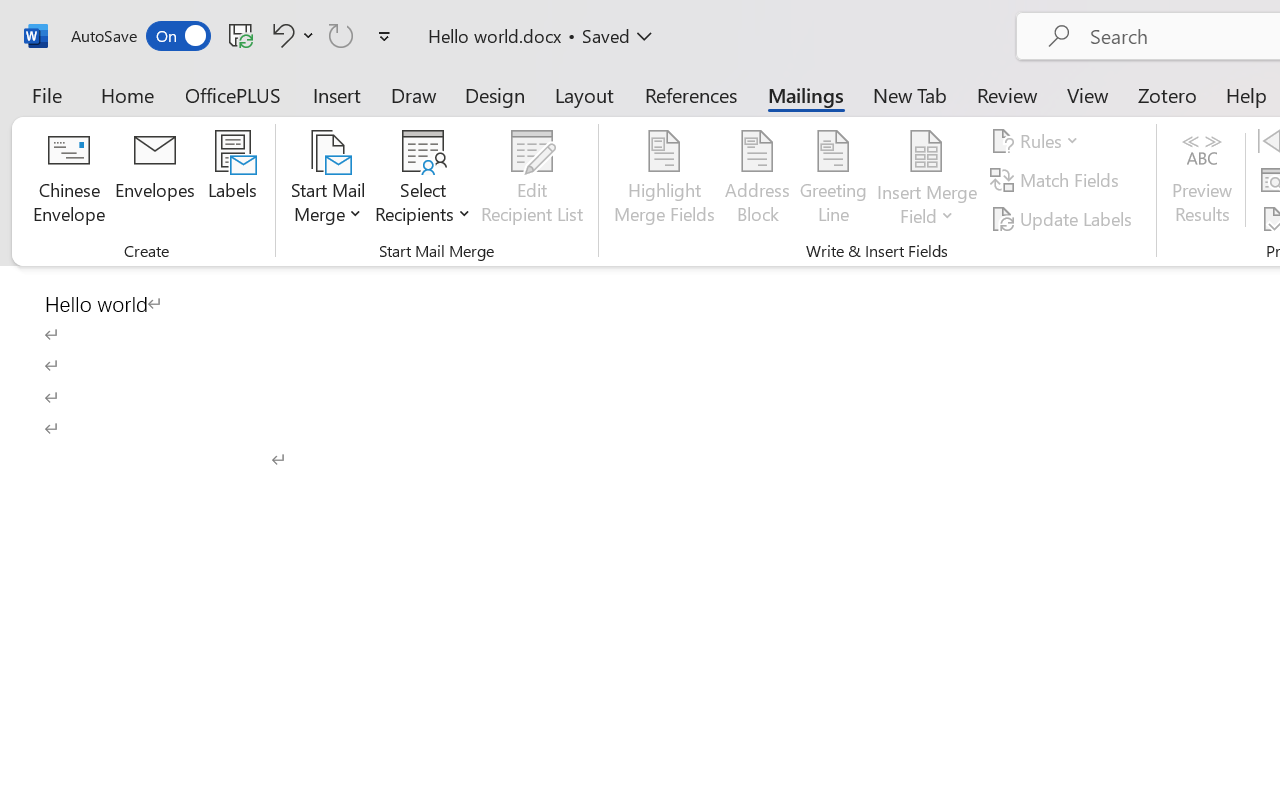  I want to click on 'File Tab', so click(46, 94).